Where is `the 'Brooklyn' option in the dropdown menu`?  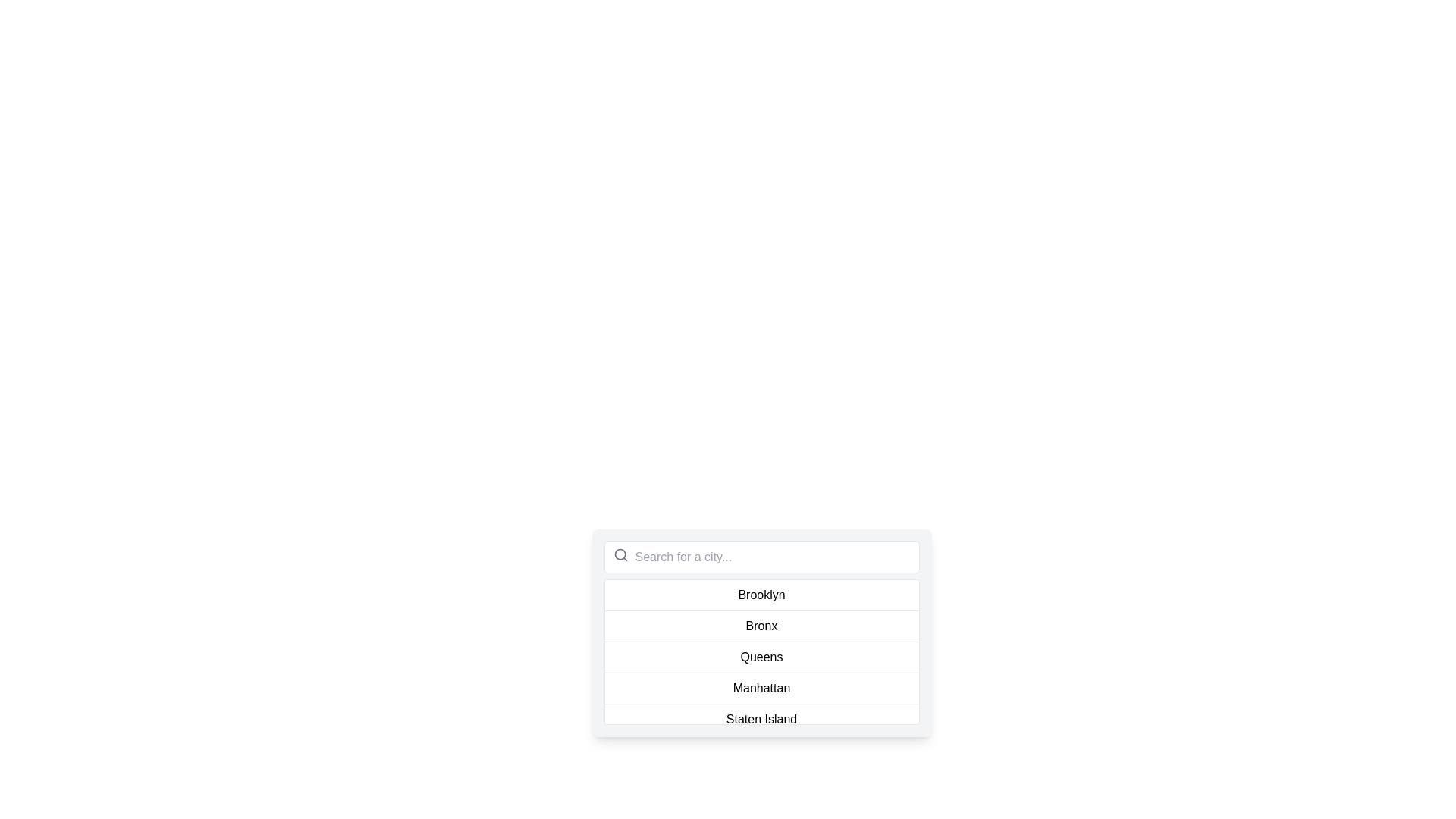
the 'Brooklyn' option in the dropdown menu is located at coordinates (761, 595).